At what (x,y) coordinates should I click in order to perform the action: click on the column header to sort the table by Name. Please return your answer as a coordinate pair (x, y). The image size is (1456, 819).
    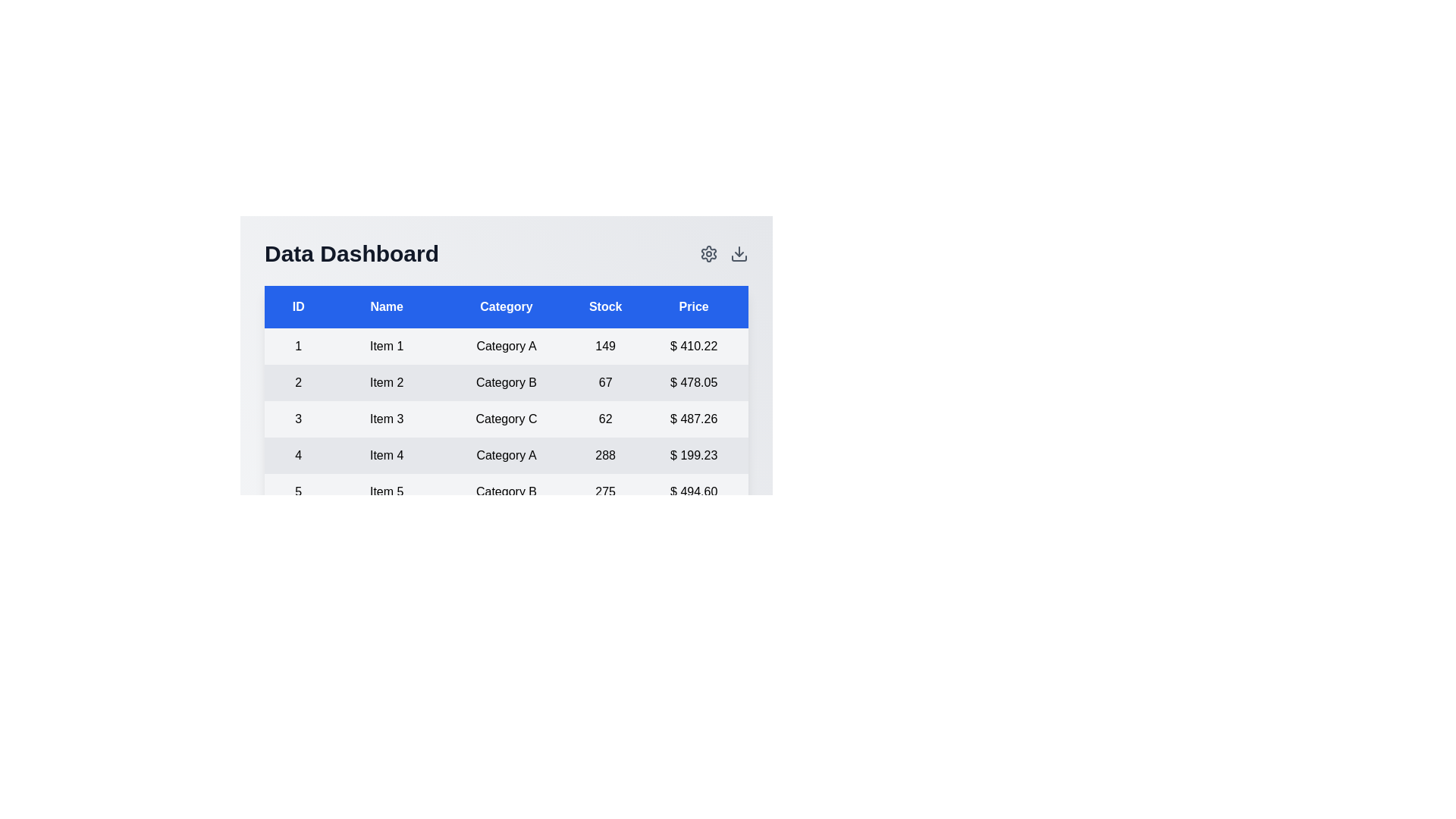
    Looking at the image, I should click on (386, 307).